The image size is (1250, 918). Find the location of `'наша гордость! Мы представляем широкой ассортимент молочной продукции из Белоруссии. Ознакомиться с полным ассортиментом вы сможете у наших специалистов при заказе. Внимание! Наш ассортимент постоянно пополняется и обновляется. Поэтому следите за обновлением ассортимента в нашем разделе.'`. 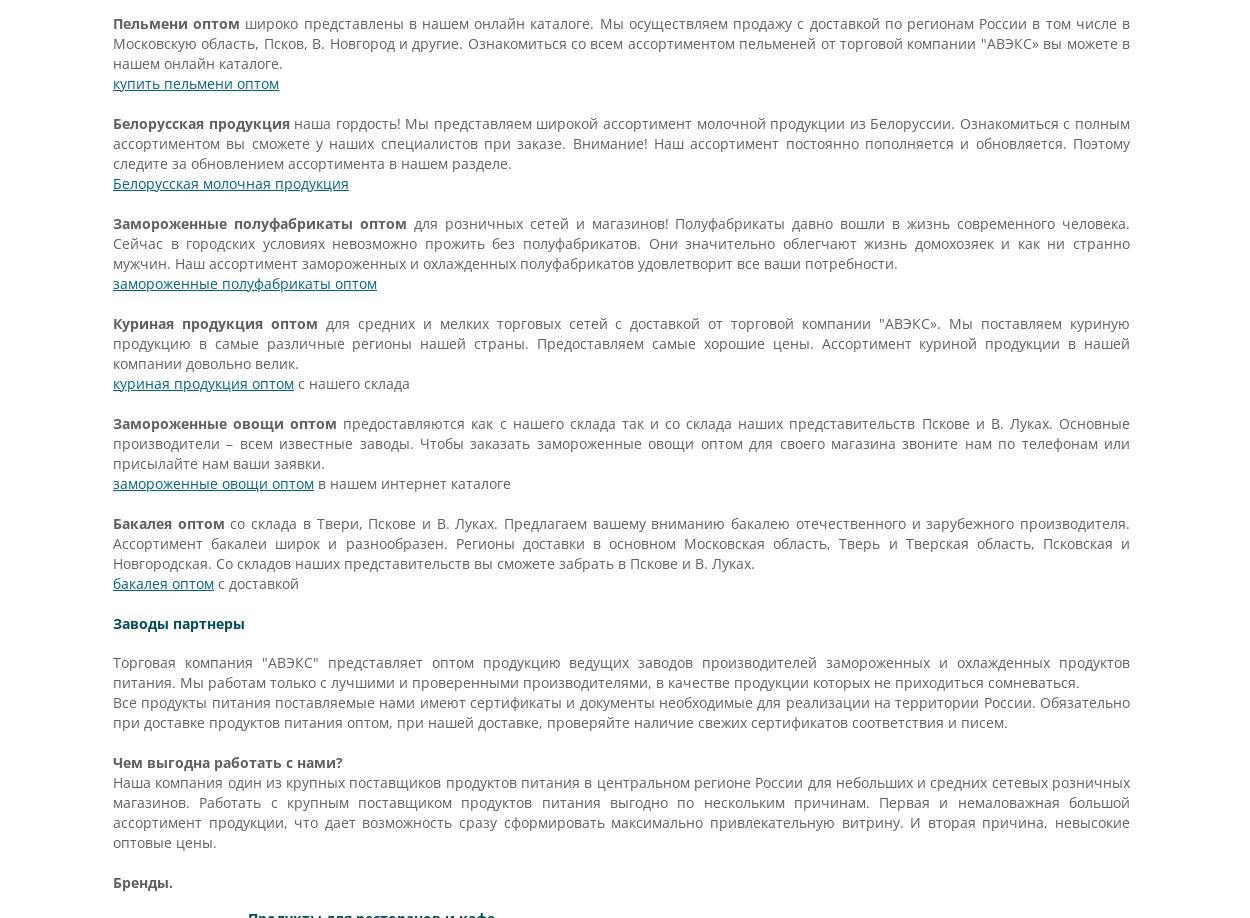

'наша гордость! Мы представляем широкой ассортимент молочной продукции из Белоруссии. Ознакомиться с полным ассортиментом вы сможете у наших специалистов при заказе. Внимание! Наш ассортимент постоянно пополняется и обновляется. Поэтому следите за обновлением ассортимента в нашем разделе.' is located at coordinates (111, 142).